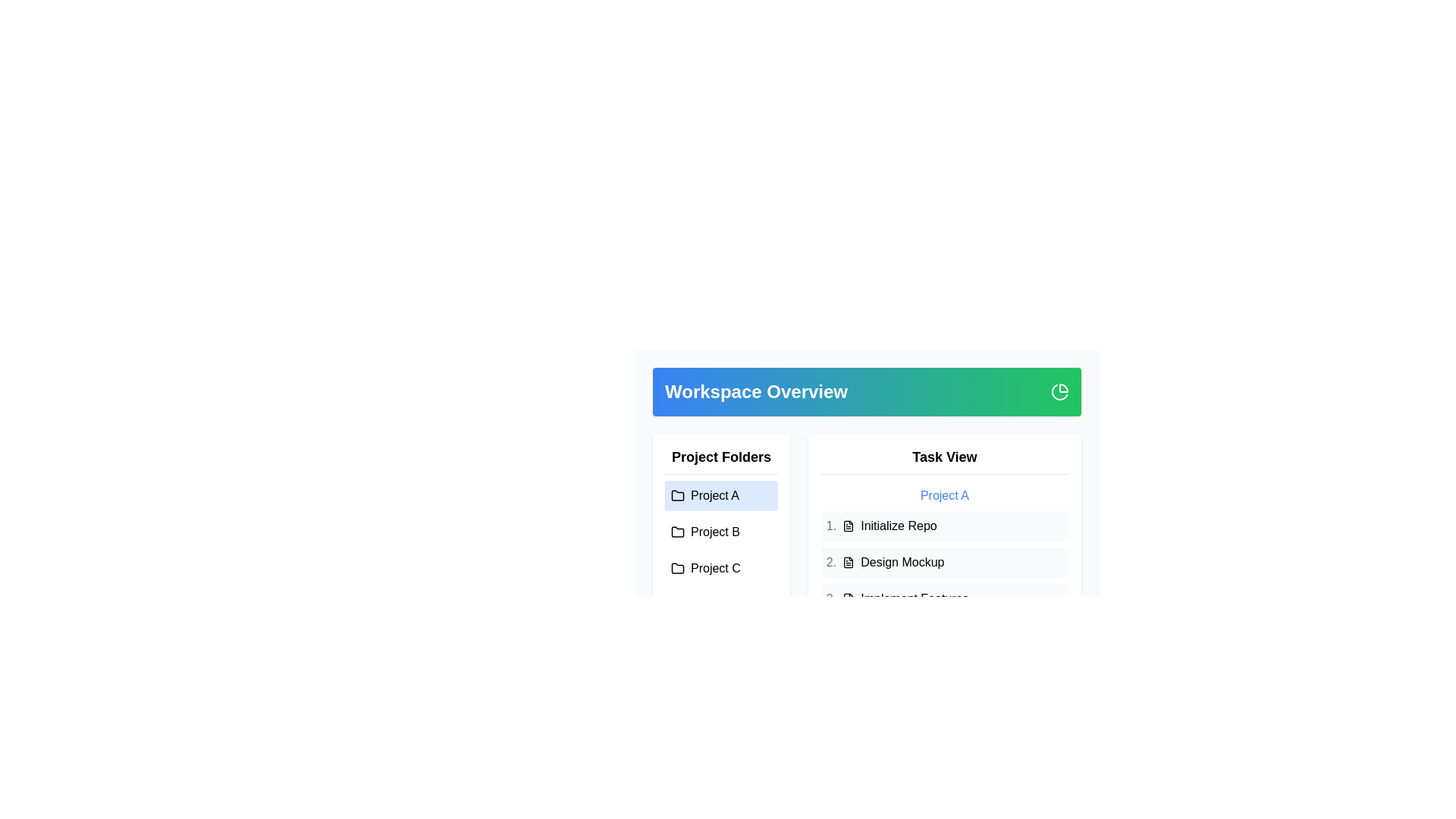 Image resolution: width=1456 pixels, height=819 pixels. Describe the element at coordinates (1062, 388) in the screenshot. I see `the topmost segment of the pie chart icon located in the top-right section of the green header bar` at that location.